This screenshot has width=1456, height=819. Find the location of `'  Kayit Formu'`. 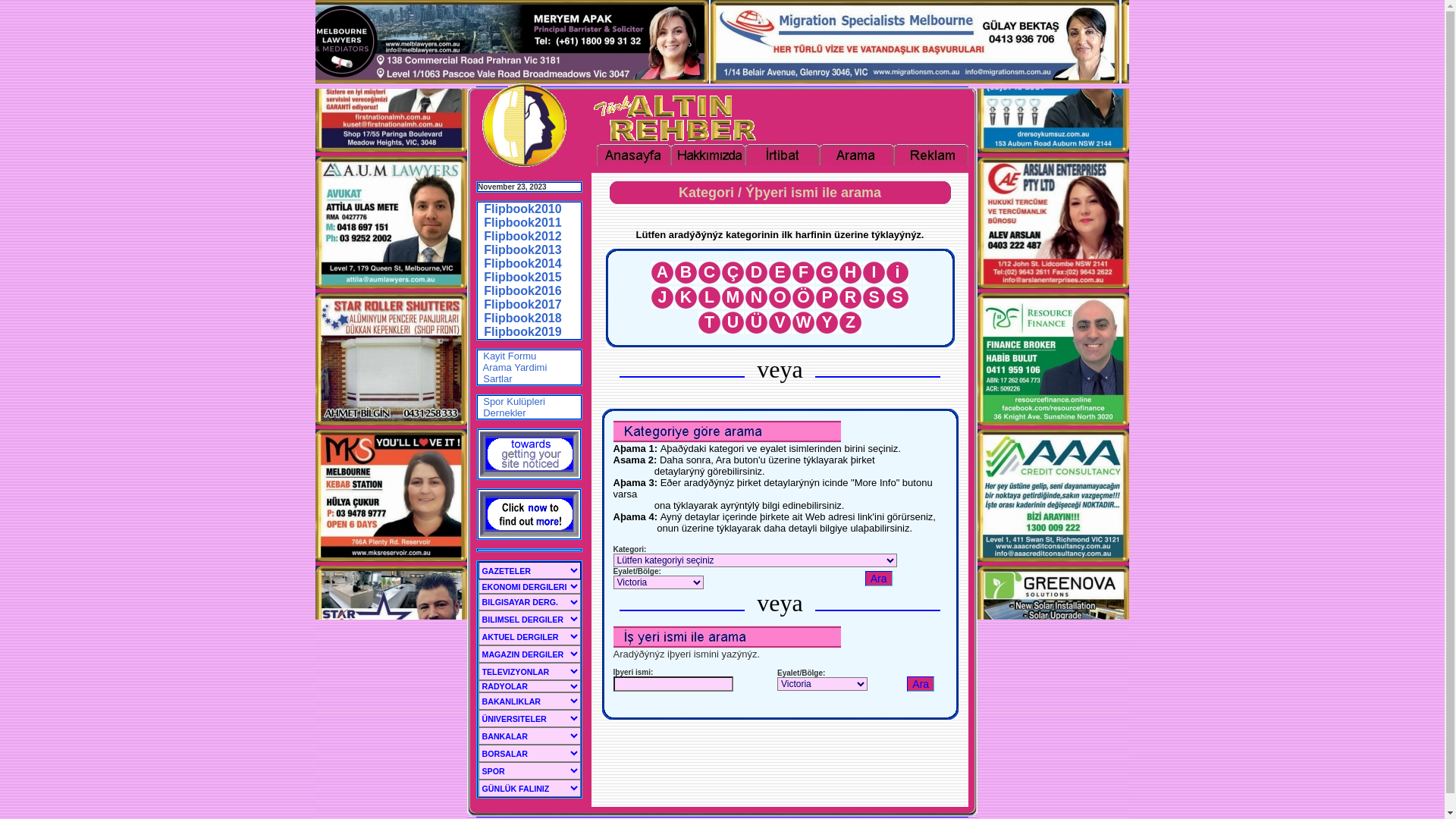

'  Kayit Formu' is located at coordinates (507, 356).